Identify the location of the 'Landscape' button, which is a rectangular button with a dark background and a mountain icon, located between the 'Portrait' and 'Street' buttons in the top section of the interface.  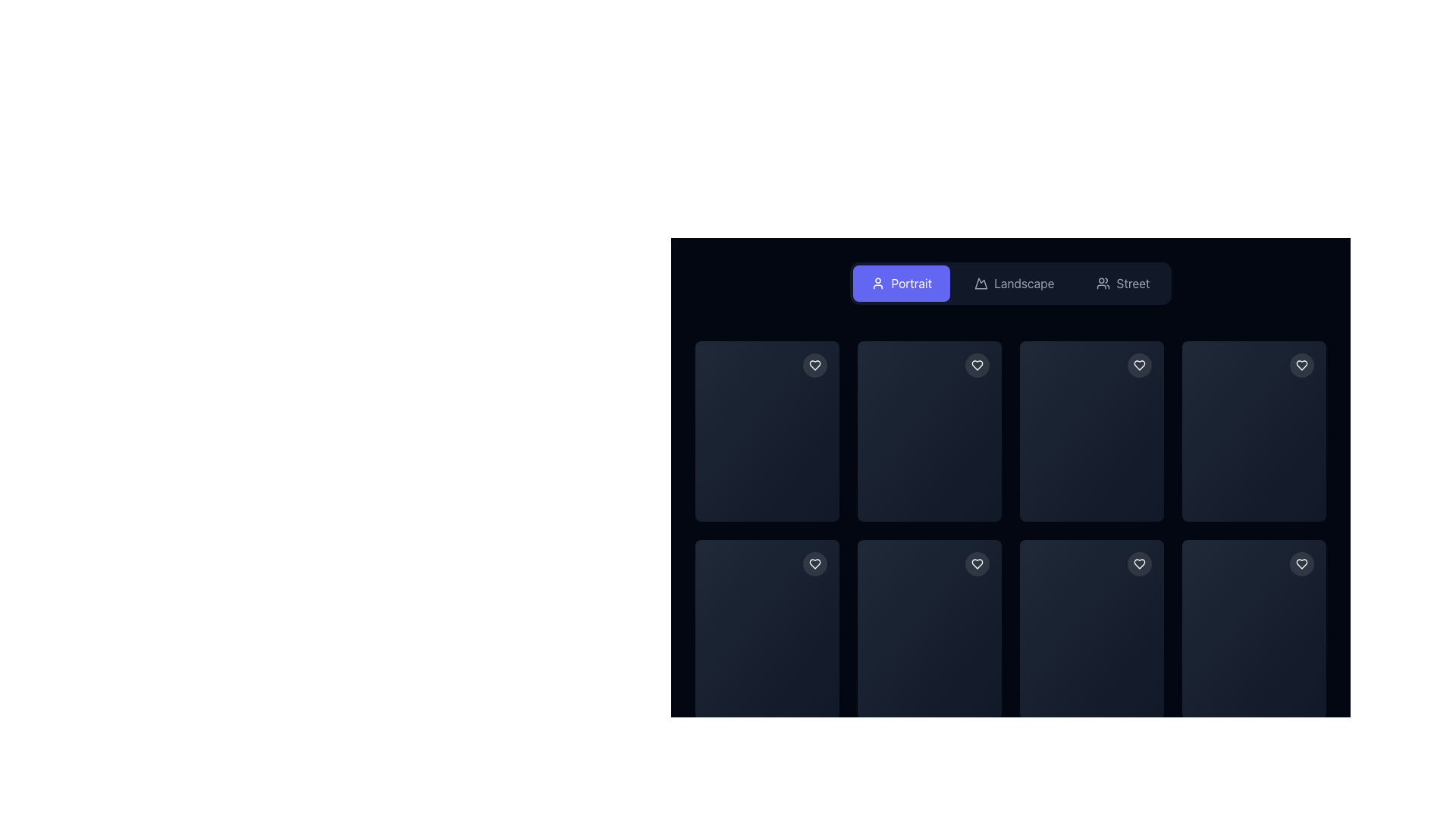
(1014, 284).